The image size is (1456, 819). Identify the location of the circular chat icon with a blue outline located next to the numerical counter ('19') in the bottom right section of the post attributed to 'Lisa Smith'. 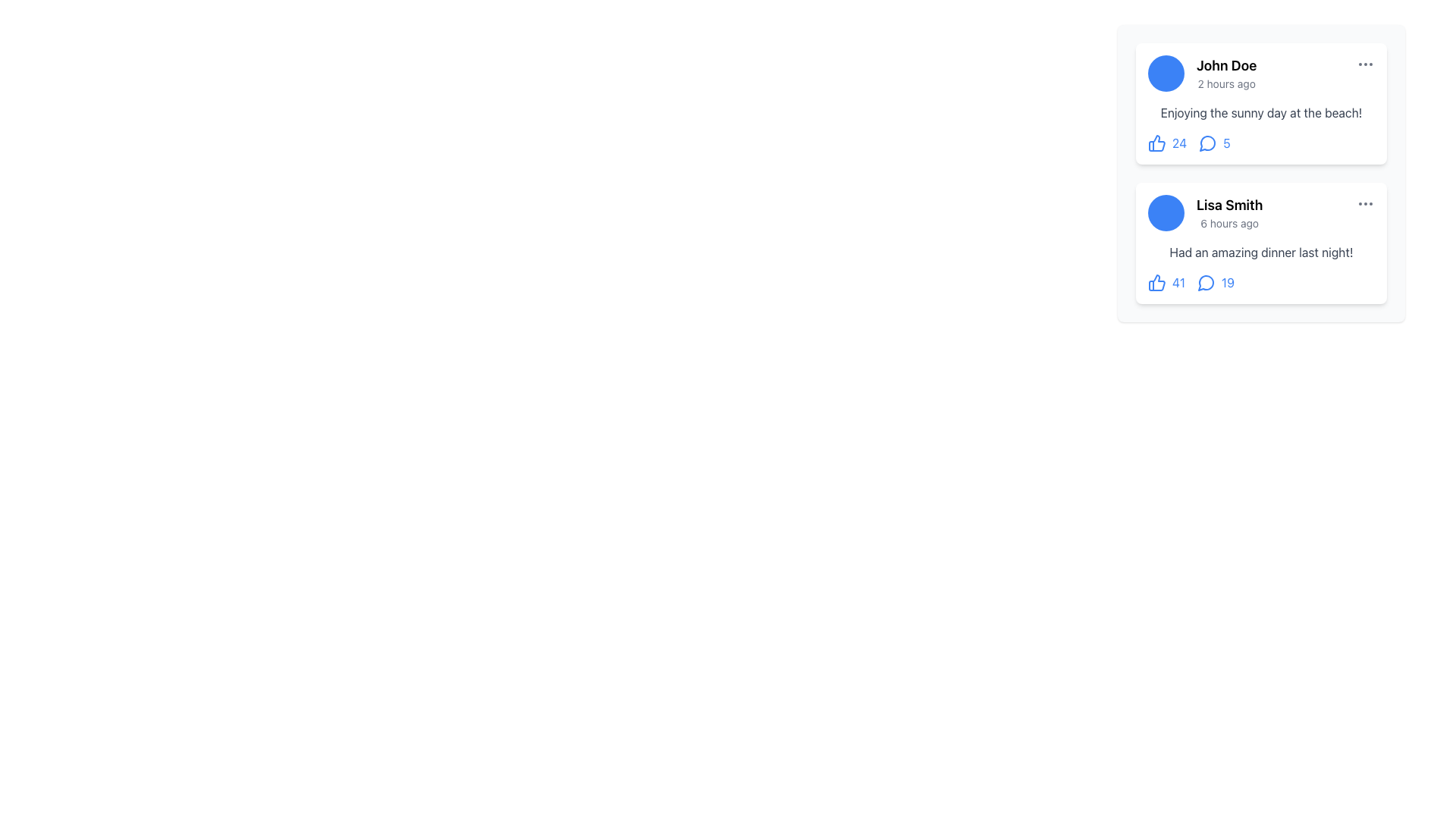
(1205, 283).